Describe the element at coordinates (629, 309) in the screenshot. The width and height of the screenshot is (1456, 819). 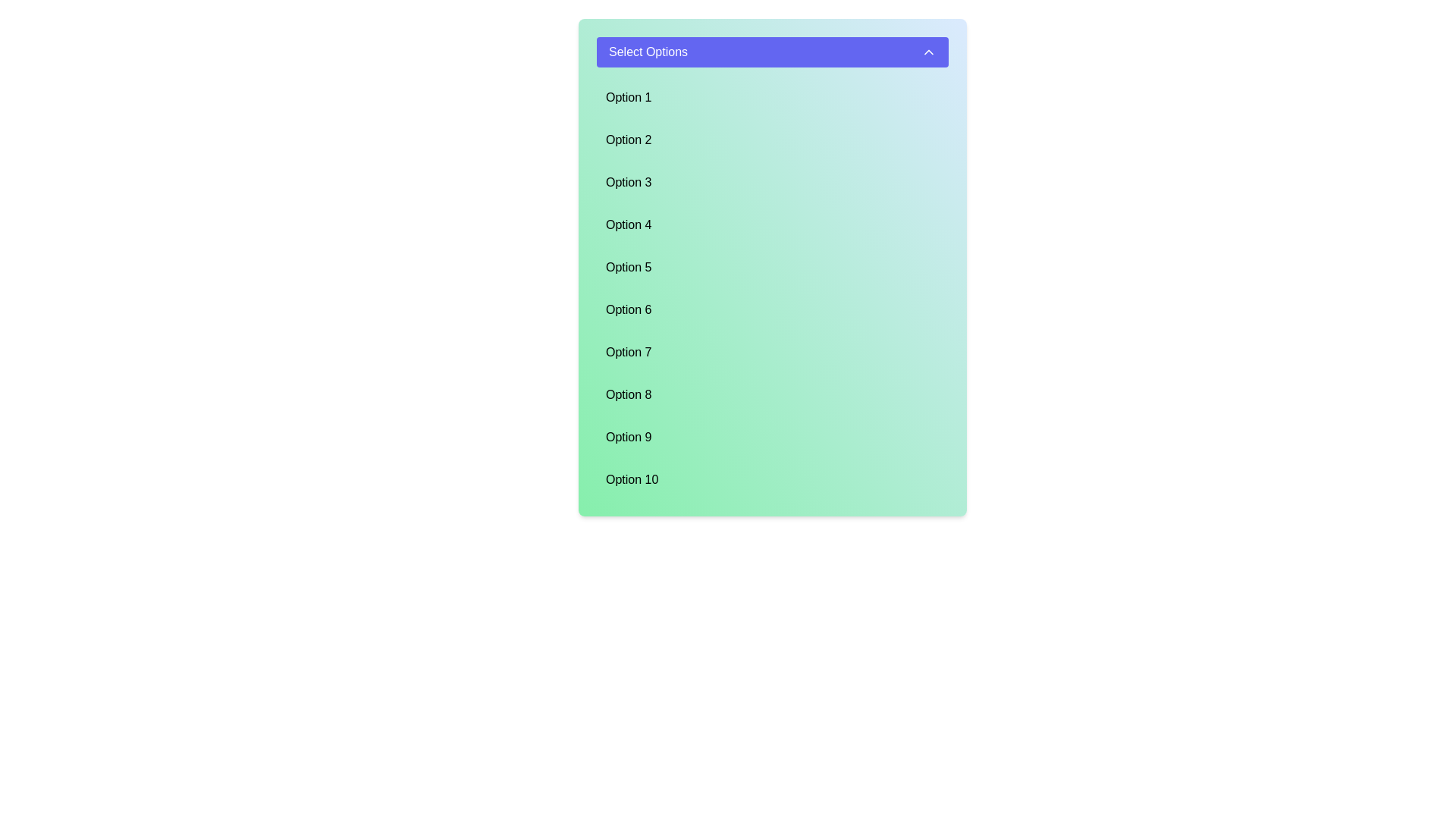
I see `the sixth selectable option in the dropdown menu` at that location.